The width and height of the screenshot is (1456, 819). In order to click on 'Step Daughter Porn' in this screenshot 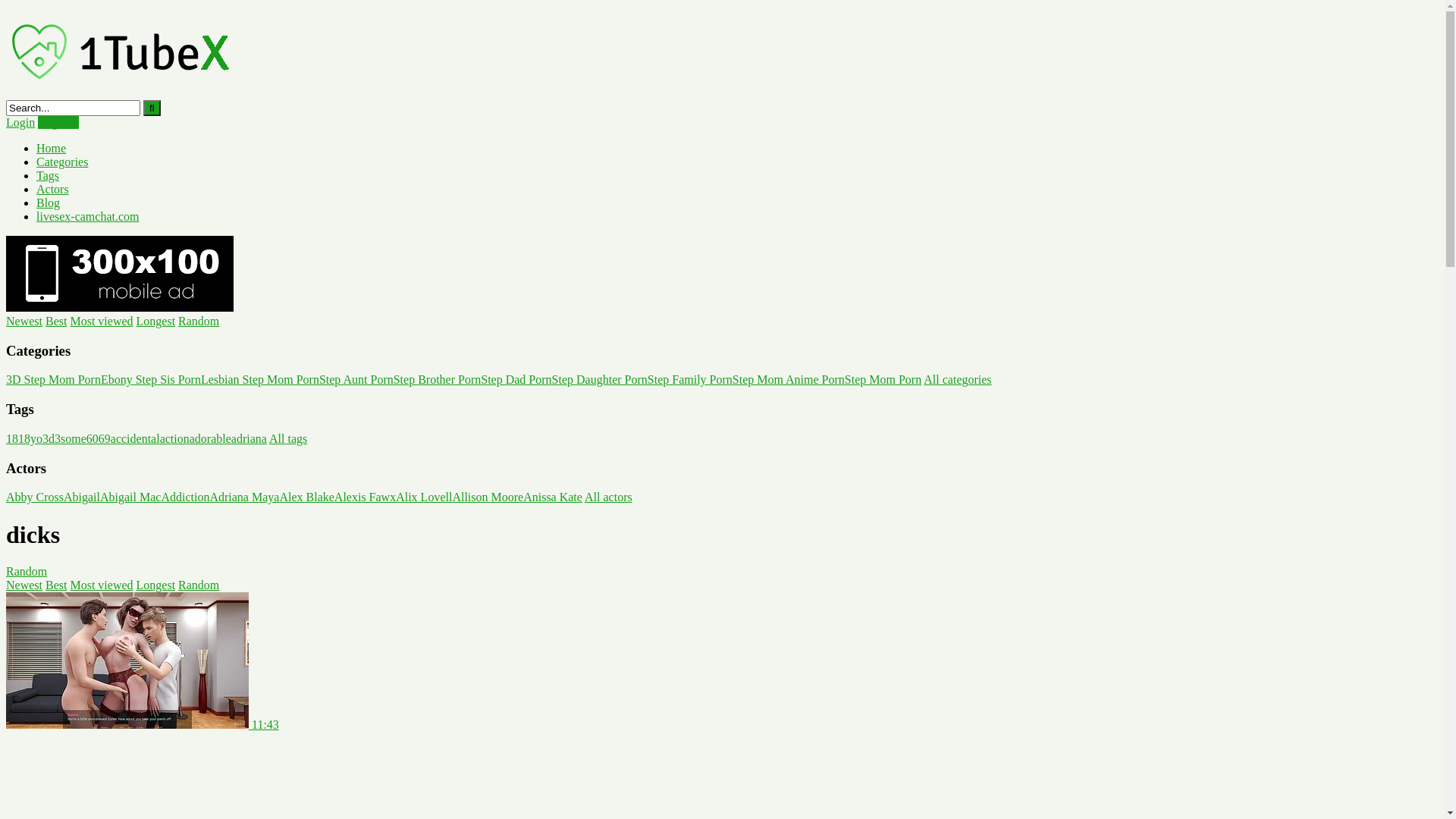, I will do `click(551, 378)`.